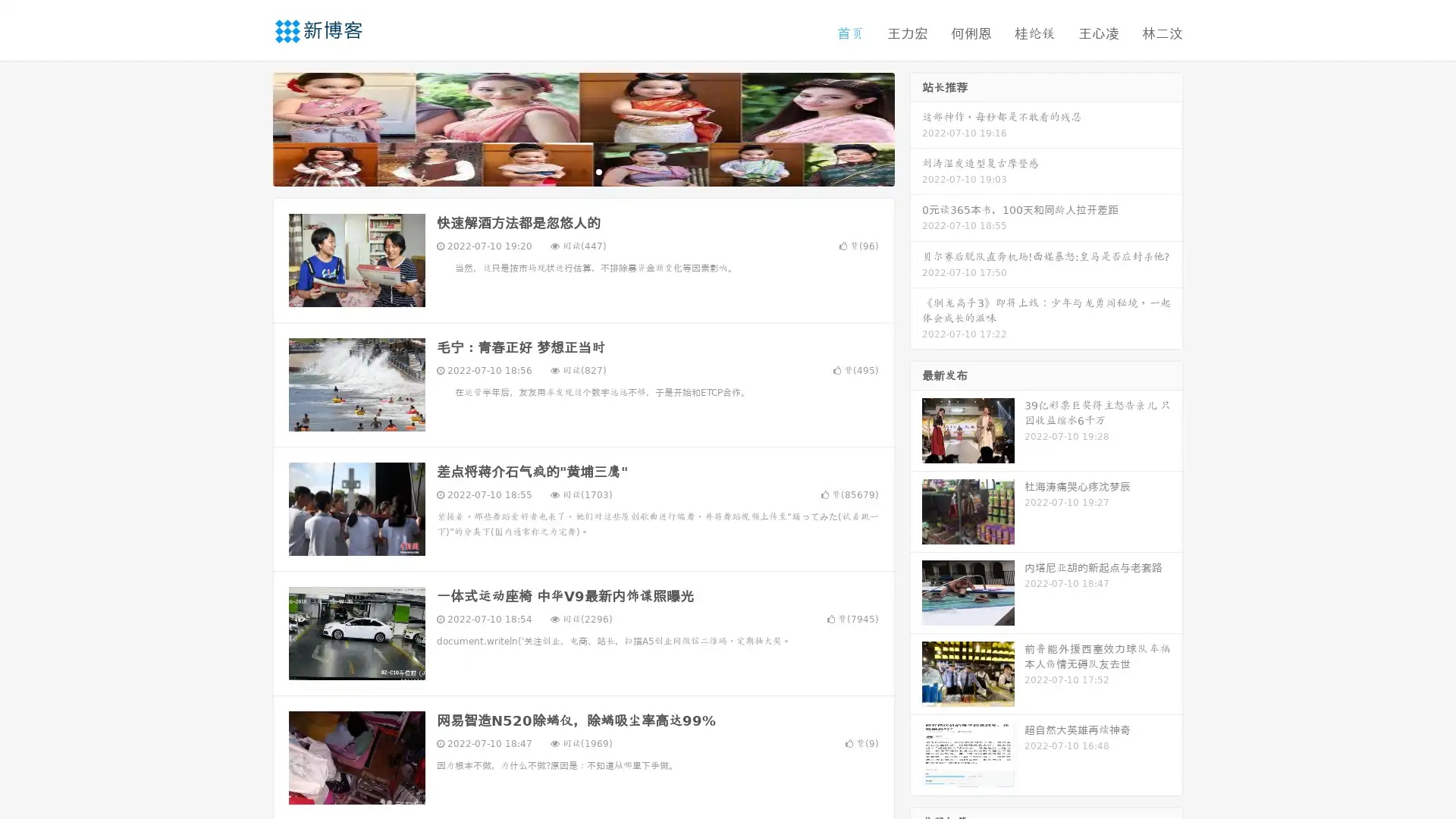 This screenshot has height=819, width=1456. I want to click on Next slide, so click(916, 127).